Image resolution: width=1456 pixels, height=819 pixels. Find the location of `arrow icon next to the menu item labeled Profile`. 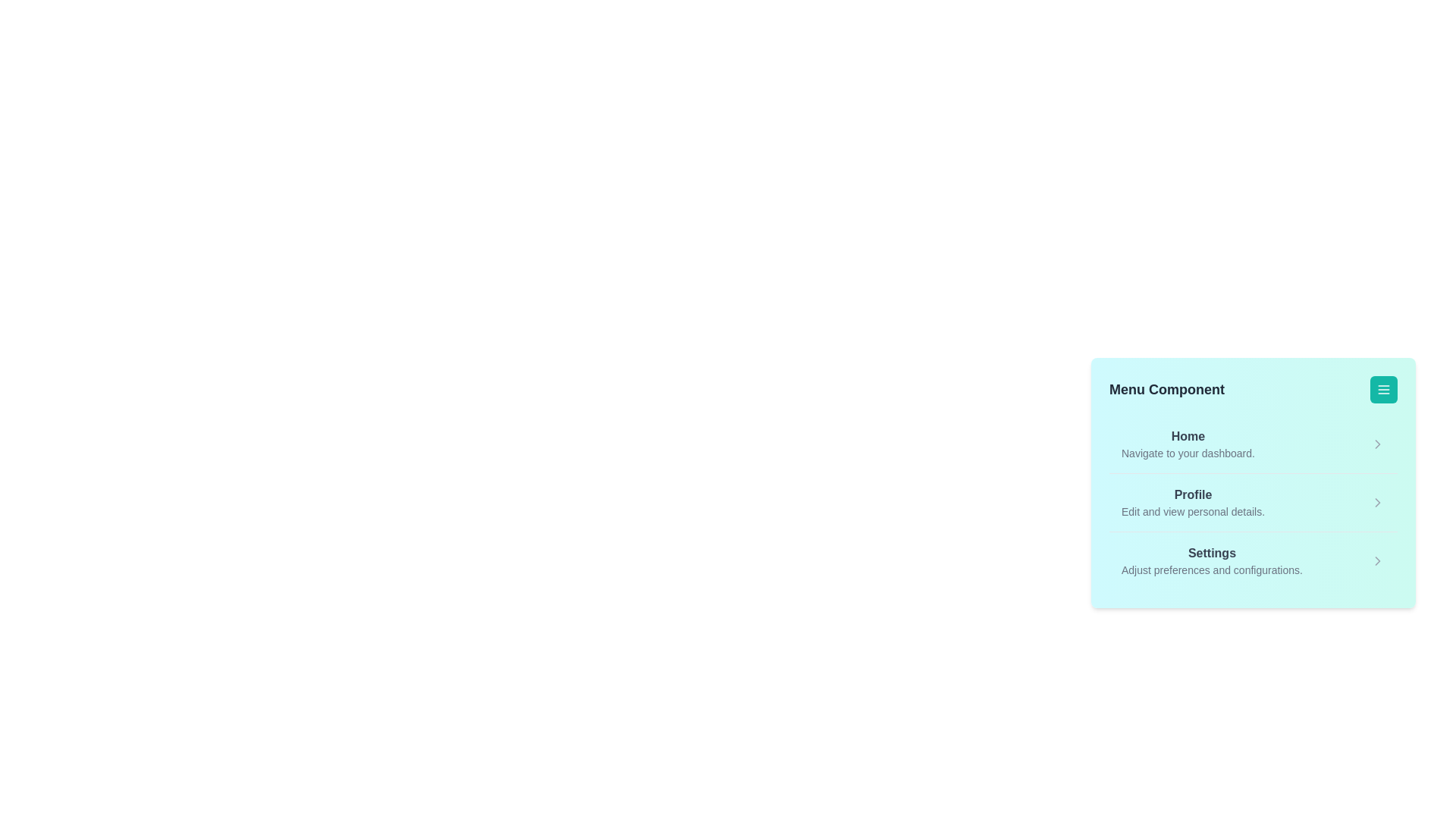

arrow icon next to the menu item labeled Profile is located at coordinates (1378, 503).